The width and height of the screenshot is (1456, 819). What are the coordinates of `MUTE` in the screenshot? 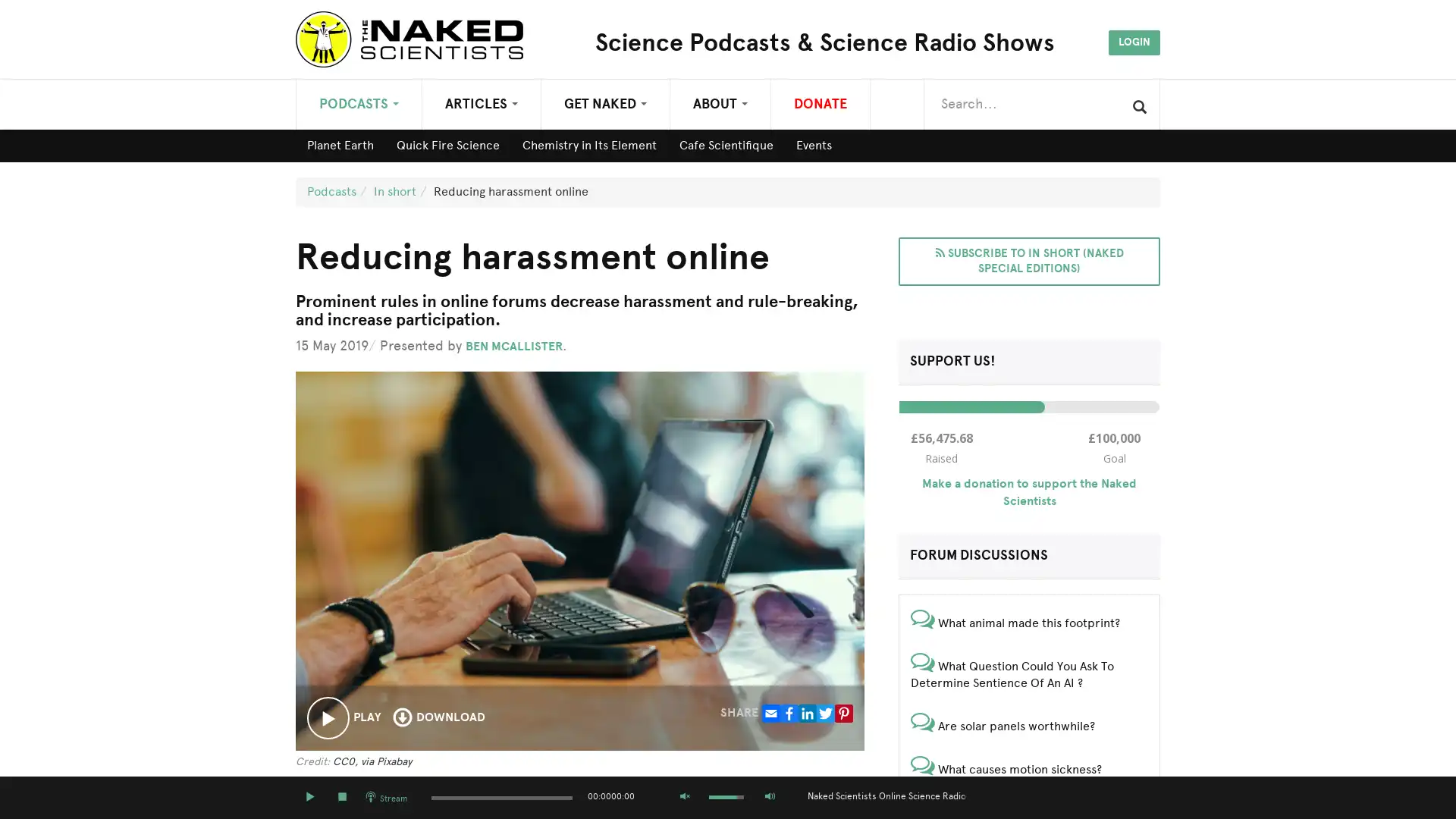 It's located at (684, 797).